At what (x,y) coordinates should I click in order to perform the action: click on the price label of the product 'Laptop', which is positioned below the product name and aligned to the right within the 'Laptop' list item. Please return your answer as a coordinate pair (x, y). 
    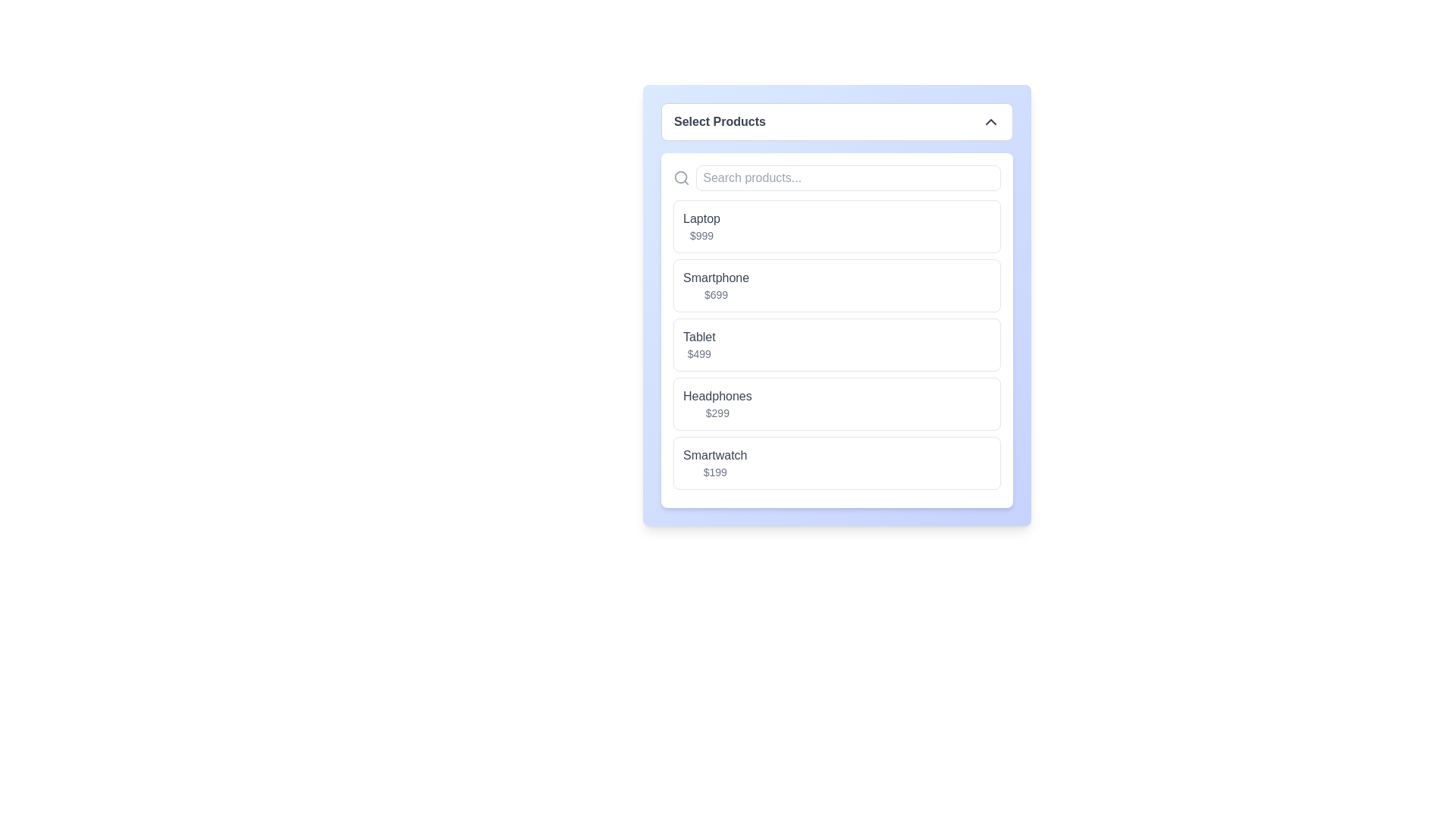
    Looking at the image, I should click on (701, 236).